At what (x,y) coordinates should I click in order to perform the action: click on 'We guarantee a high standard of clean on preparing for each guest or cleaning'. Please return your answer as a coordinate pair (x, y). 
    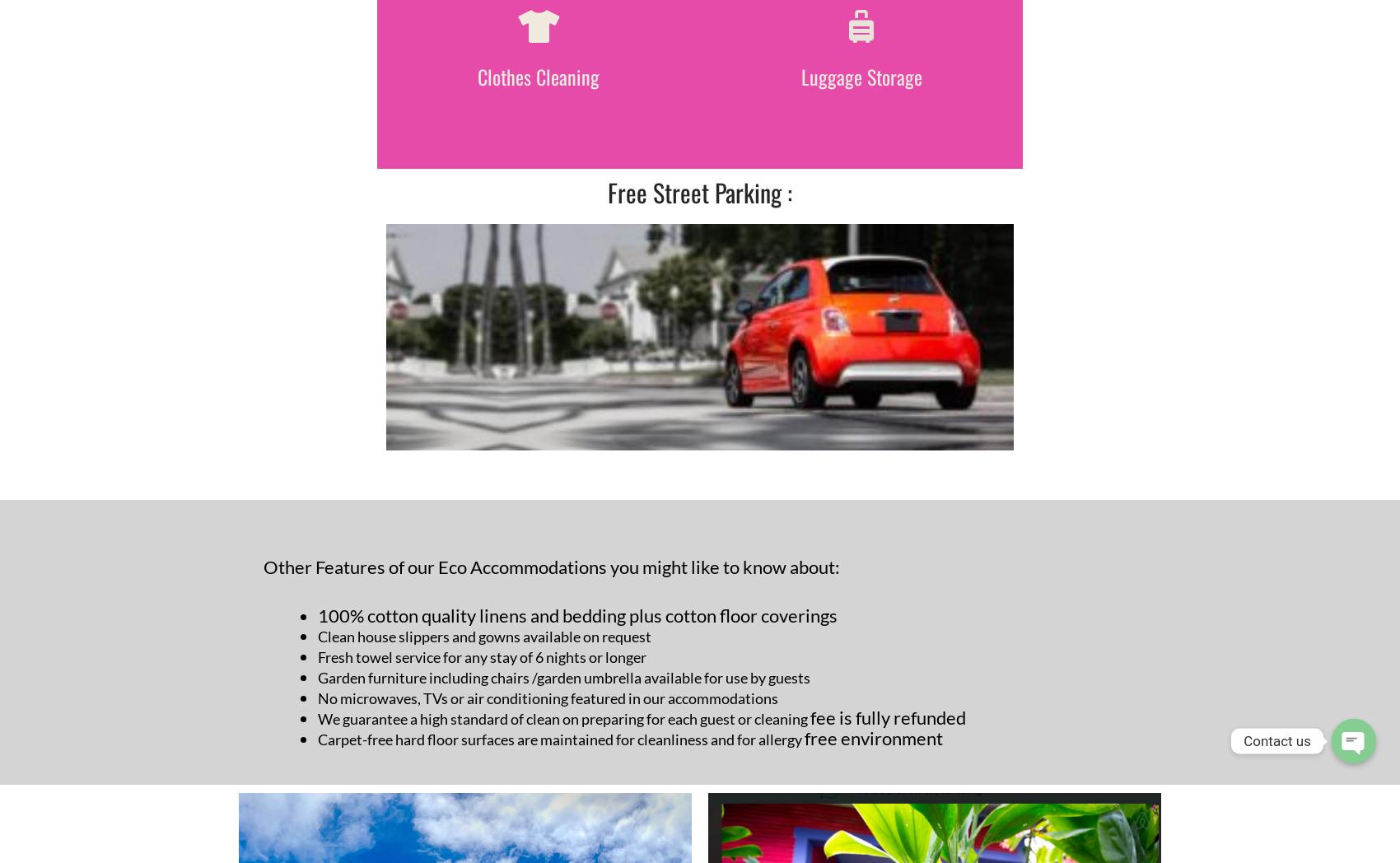
    Looking at the image, I should click on (563, 718).